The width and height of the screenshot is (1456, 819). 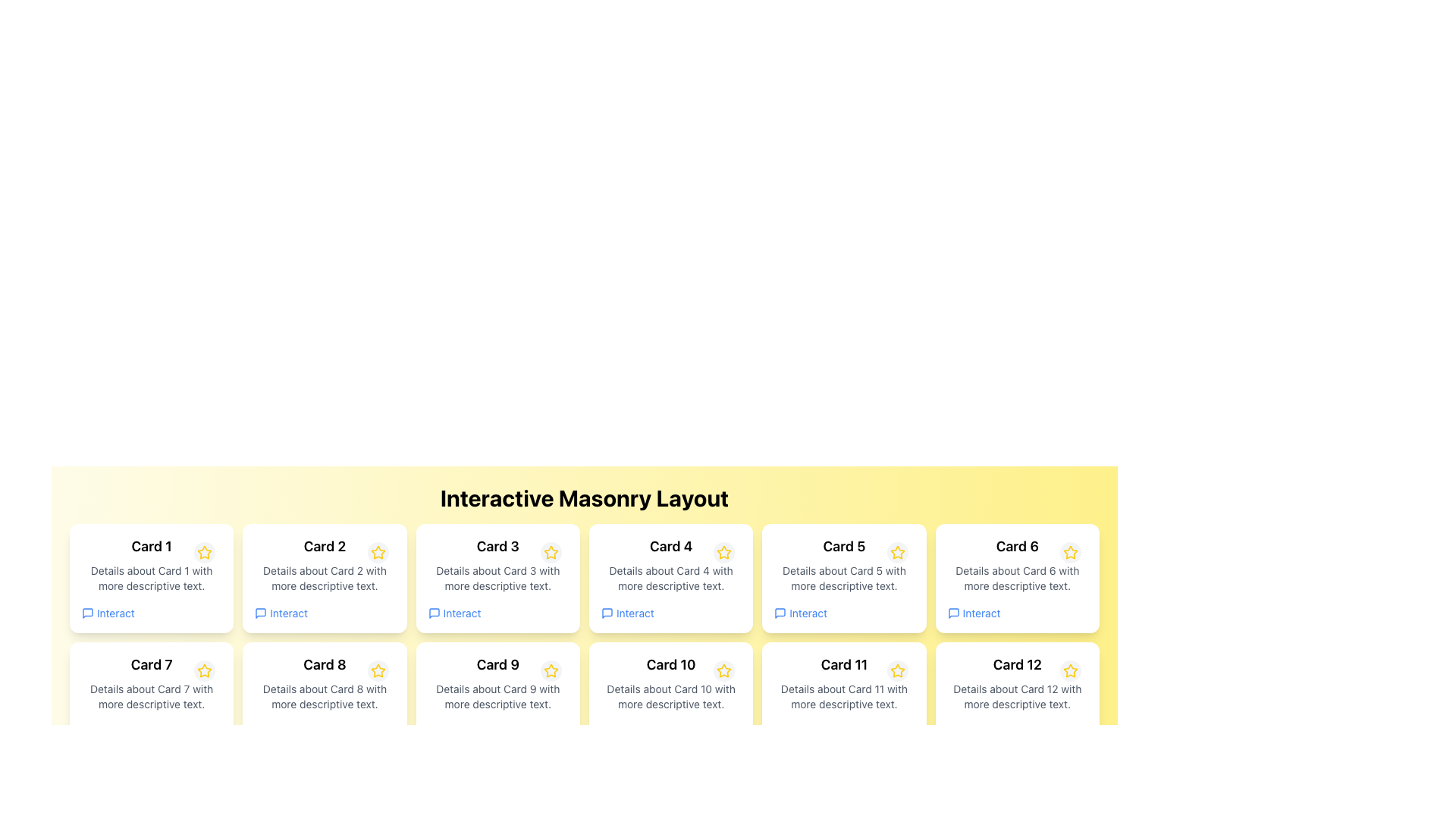 What do you see at coordinates (723, 671) in the screenshot?
I see `the star-shaped icon located in the top-right corner of 'Card 10' in the second row, second column of the grid layout` at bounding box center [723, 671].